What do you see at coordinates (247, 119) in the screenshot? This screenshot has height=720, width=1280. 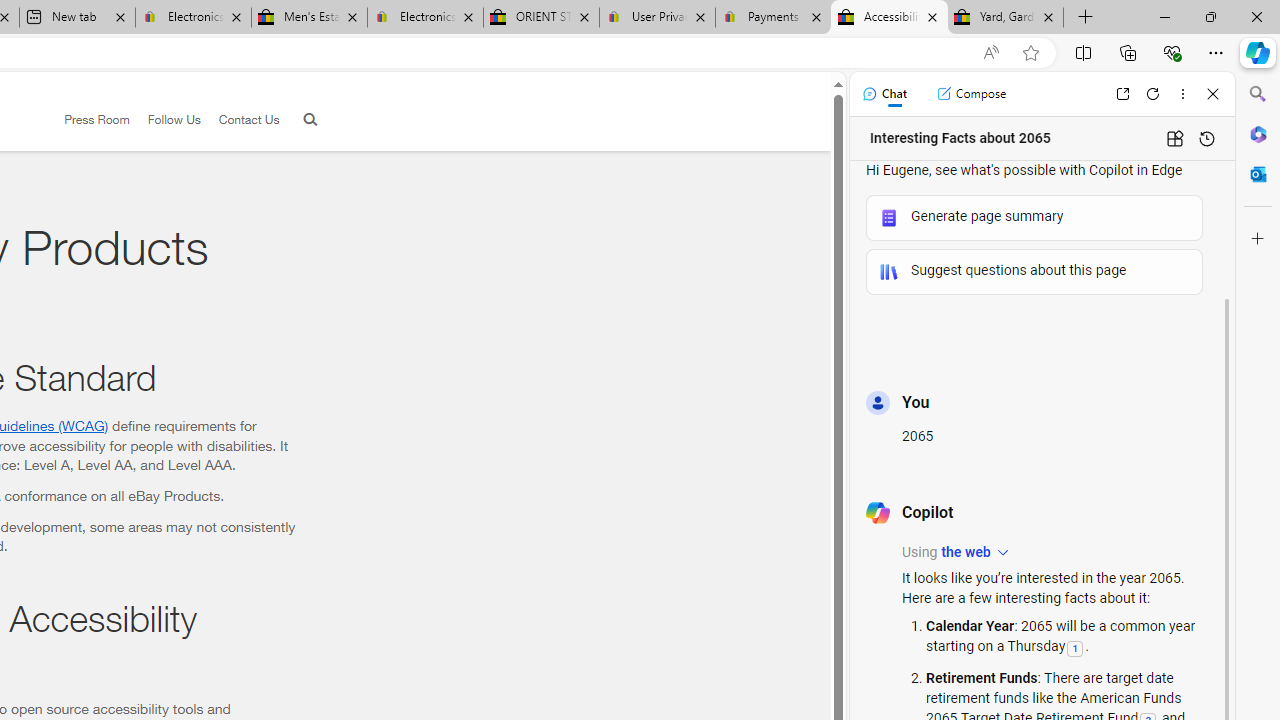 I see `'Contact Us'` at bounding box center [247, 119].